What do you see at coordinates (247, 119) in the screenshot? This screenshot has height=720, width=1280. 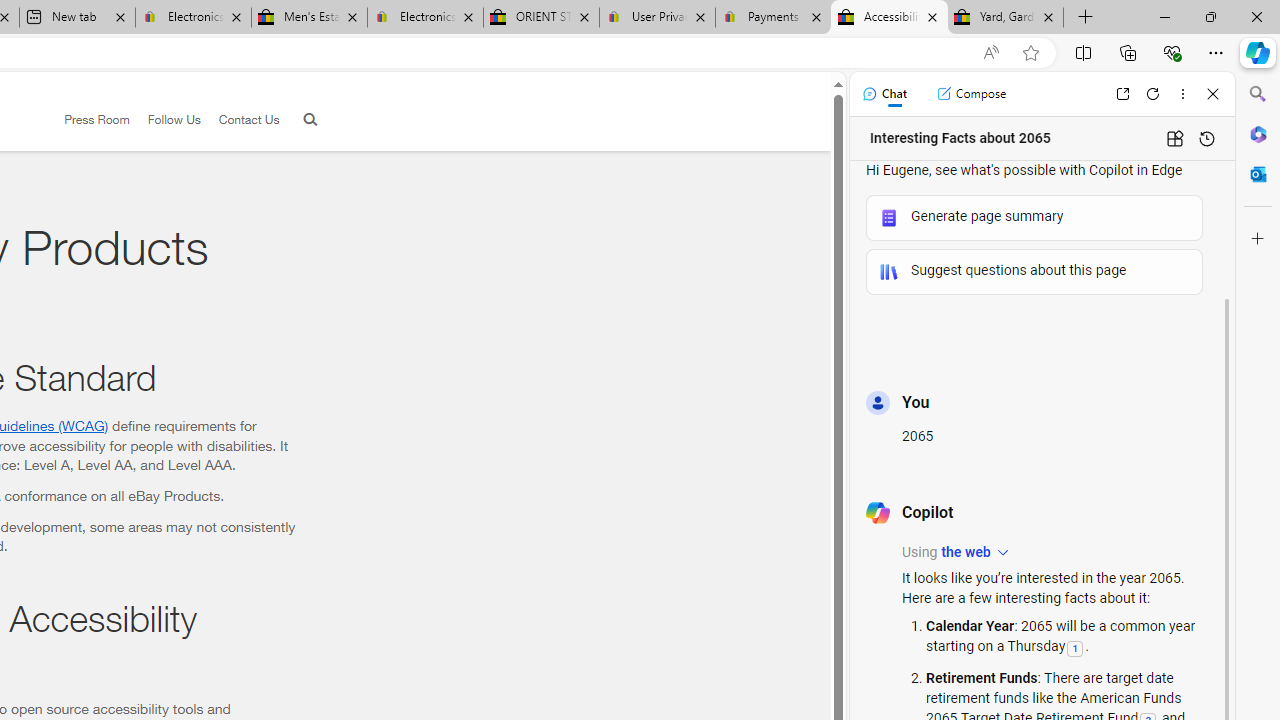 I see `'Contact Us'` at bounding box center [247, 119].